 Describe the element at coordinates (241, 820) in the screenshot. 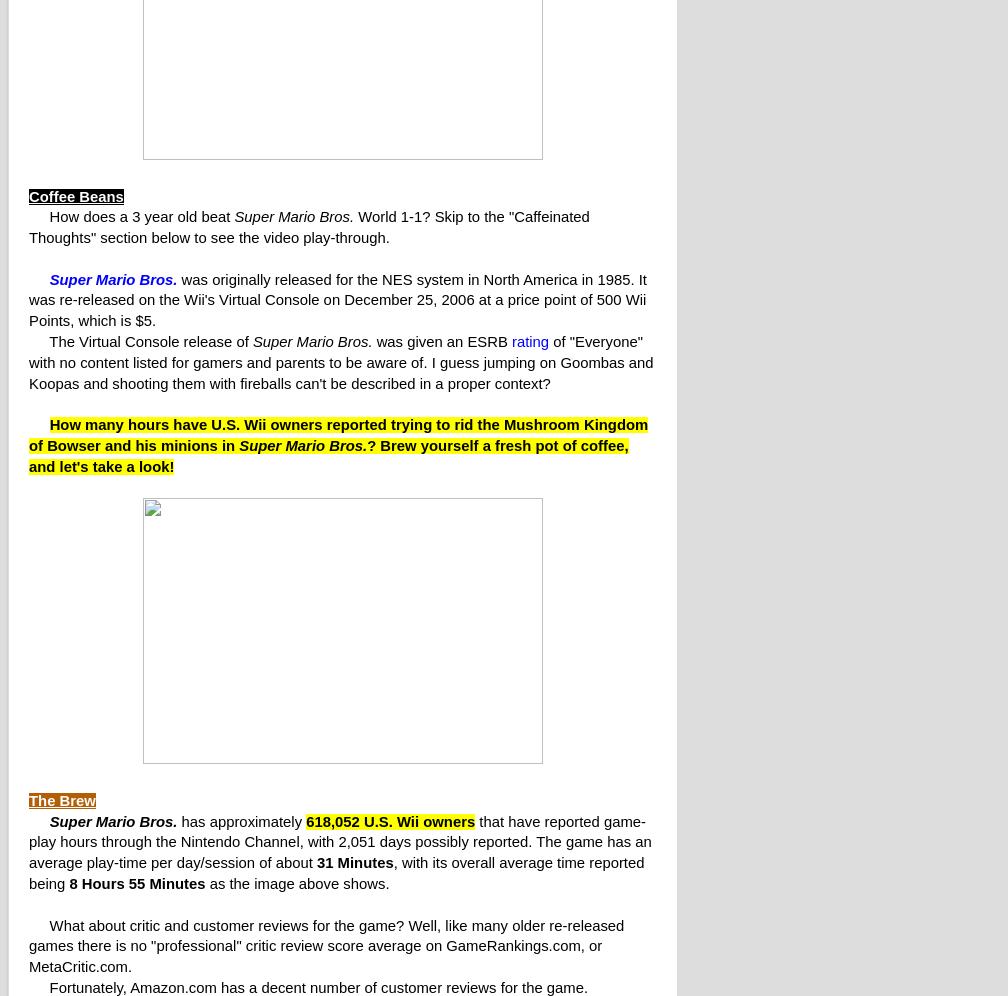

I see `'has approximately'` at that location.